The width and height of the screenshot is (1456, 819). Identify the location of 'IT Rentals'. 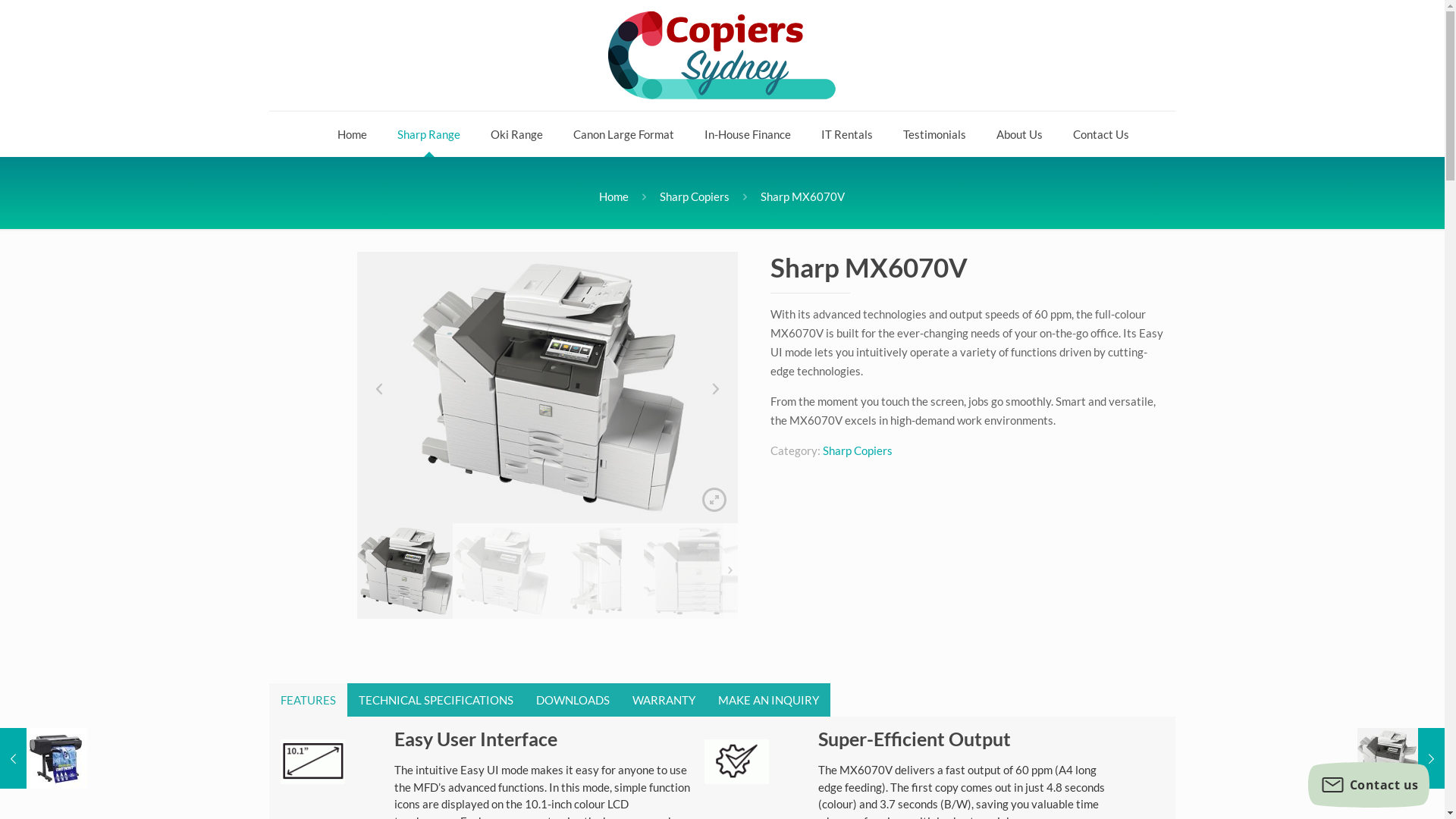
(846, 133).